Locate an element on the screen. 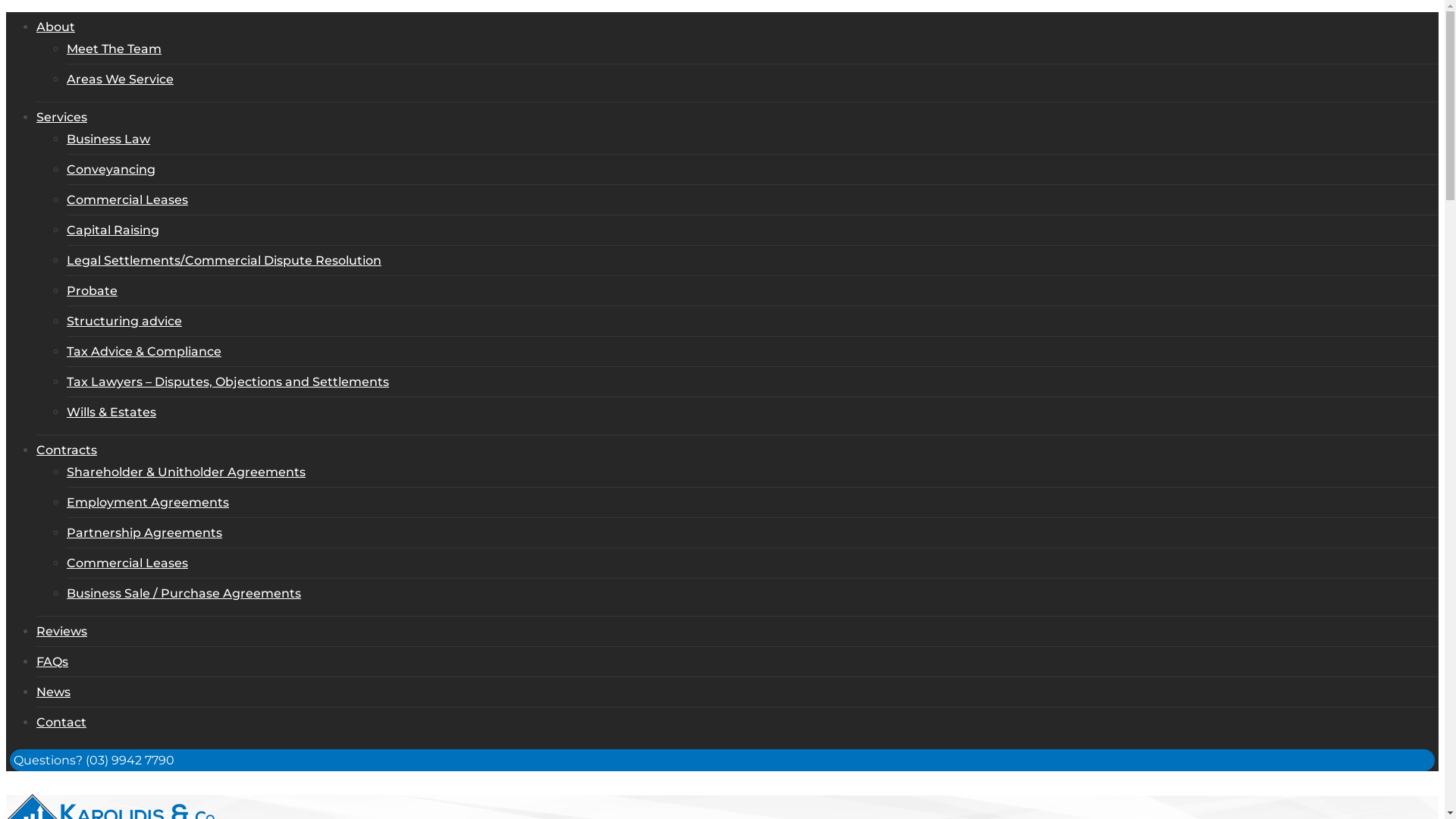 This screenshot has width=1456, height=819. 'Employment Agreements' is located at coordinates (148, 502).